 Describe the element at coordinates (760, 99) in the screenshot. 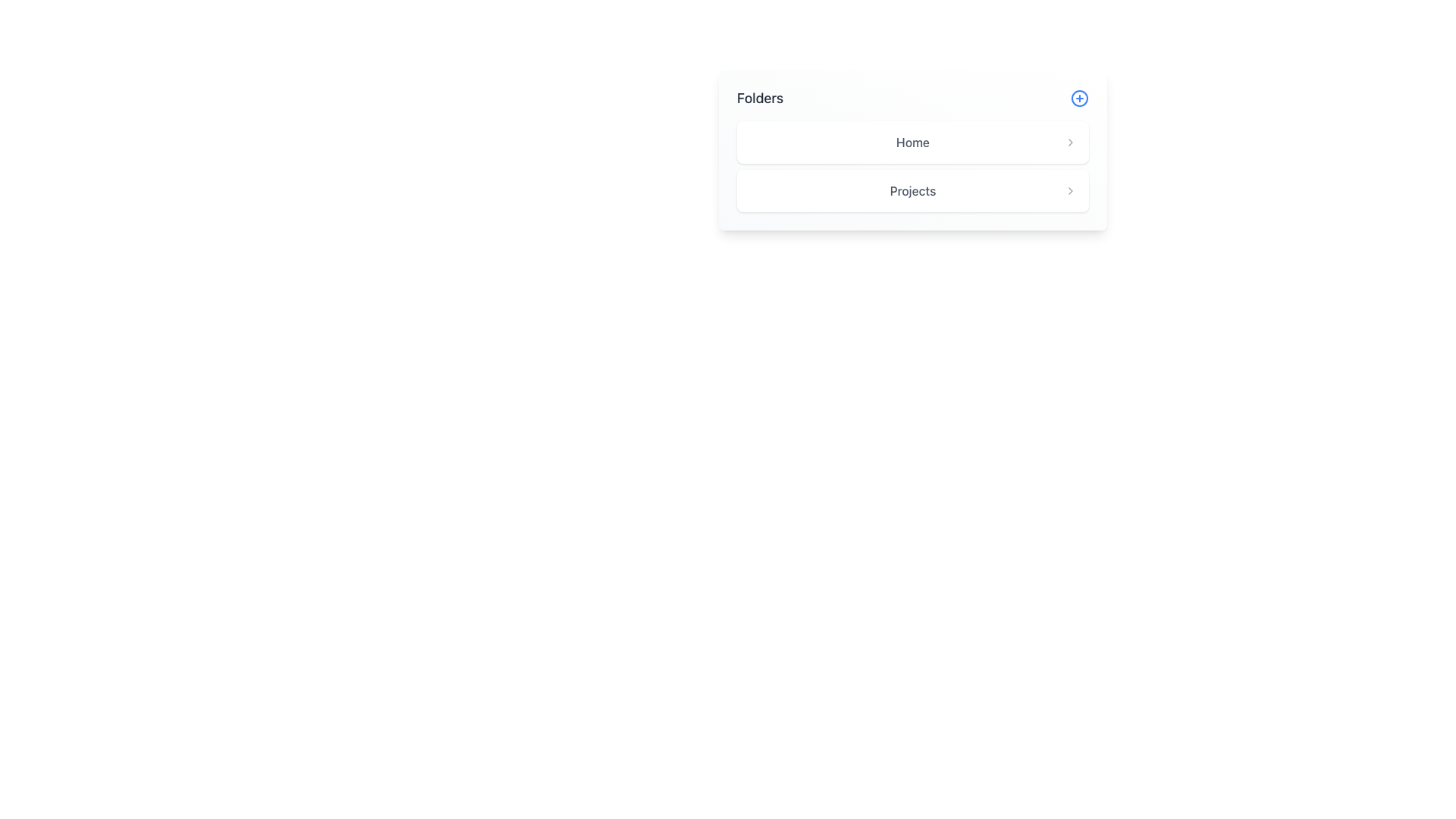

I see `the title text label located in the top left corner of the card-like layout for interactions` at that location.